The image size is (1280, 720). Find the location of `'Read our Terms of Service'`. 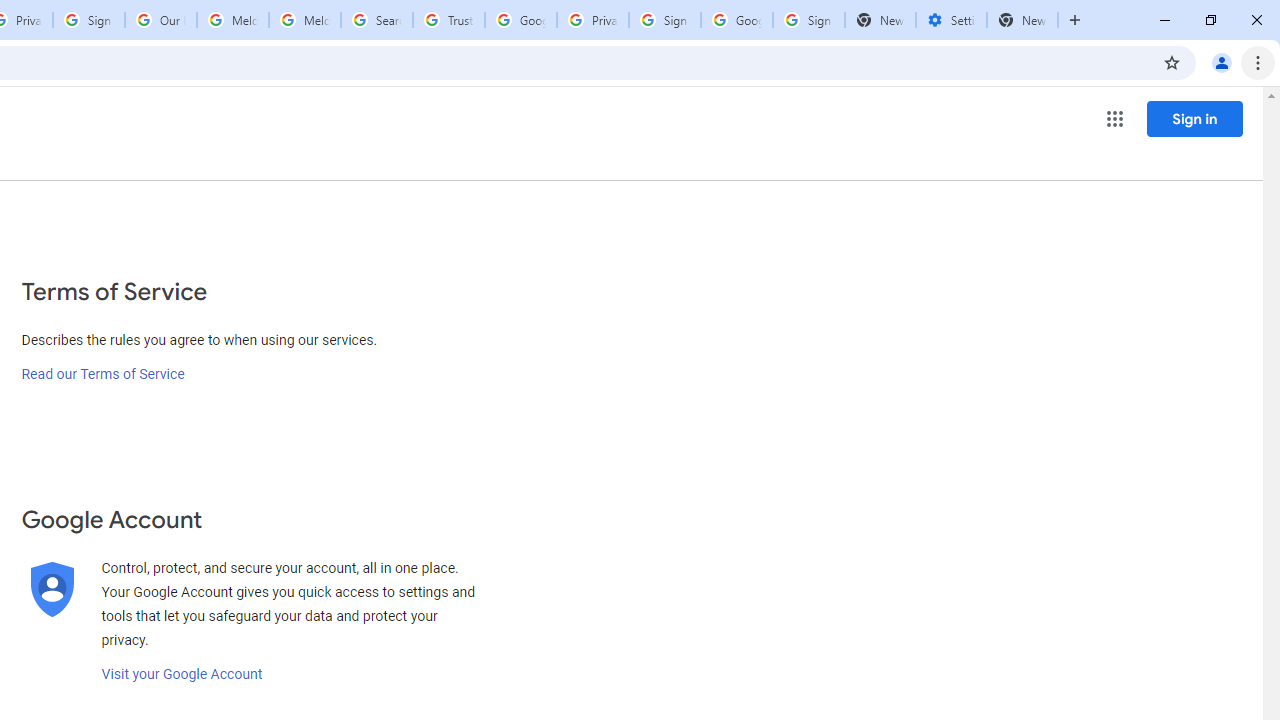

'Read our Terms of Service' is located at coordinates (102, 374).